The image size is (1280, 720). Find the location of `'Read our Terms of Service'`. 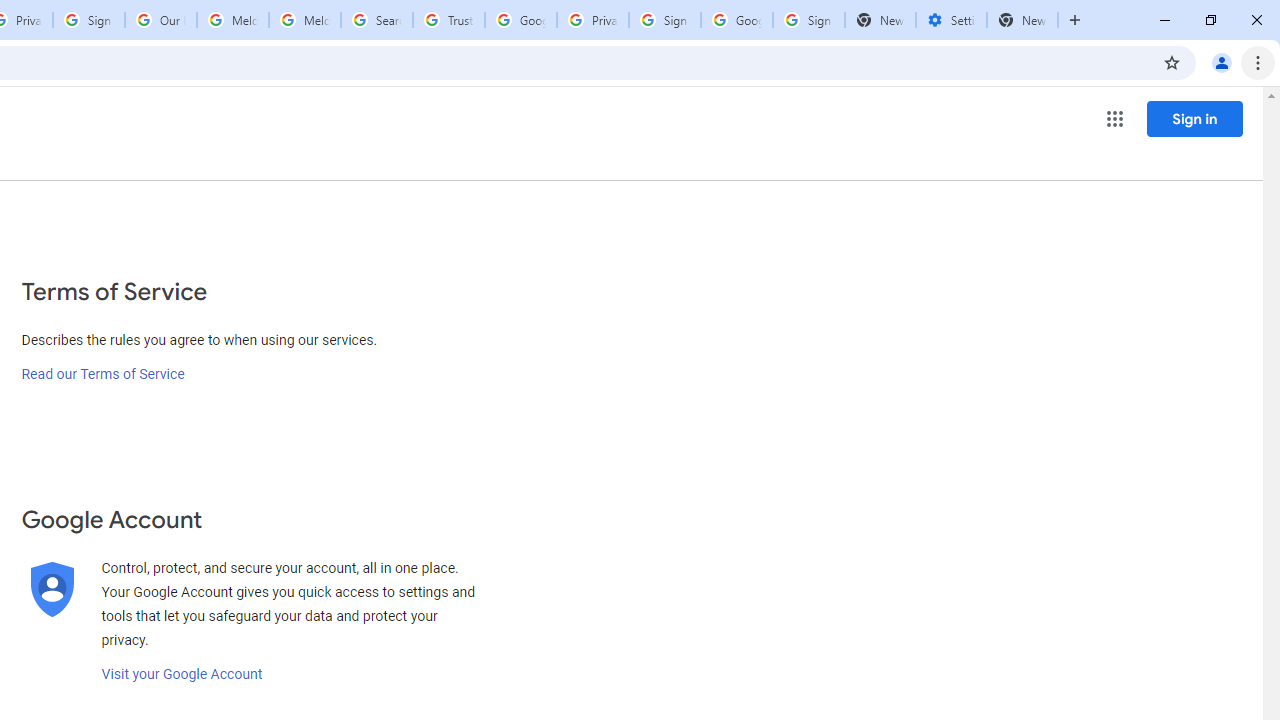

'Read our Terms of Service' is located at coordinates (102, 374).